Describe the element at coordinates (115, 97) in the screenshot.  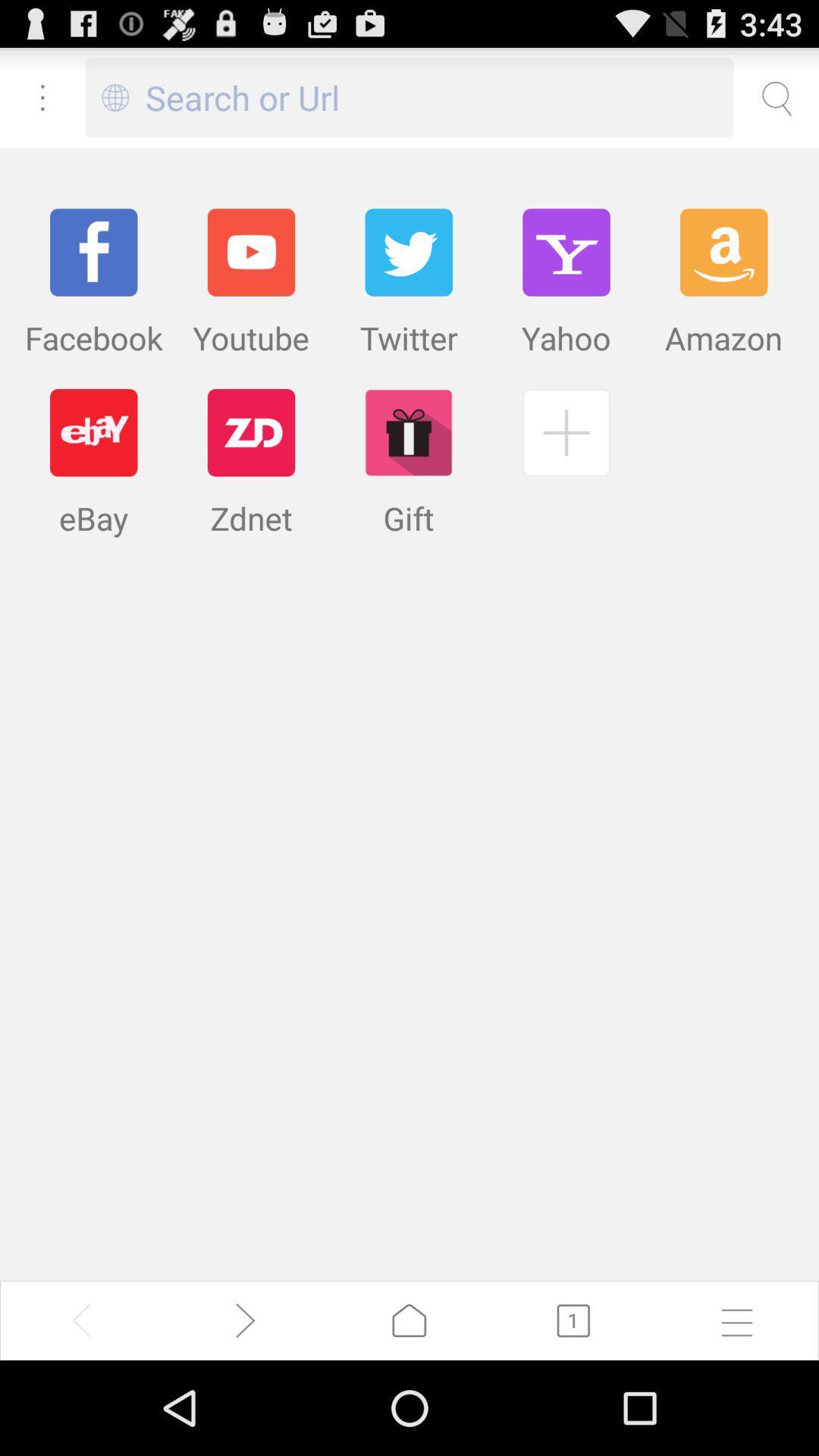
I see `the icon to the left of search or url icon` at that location.